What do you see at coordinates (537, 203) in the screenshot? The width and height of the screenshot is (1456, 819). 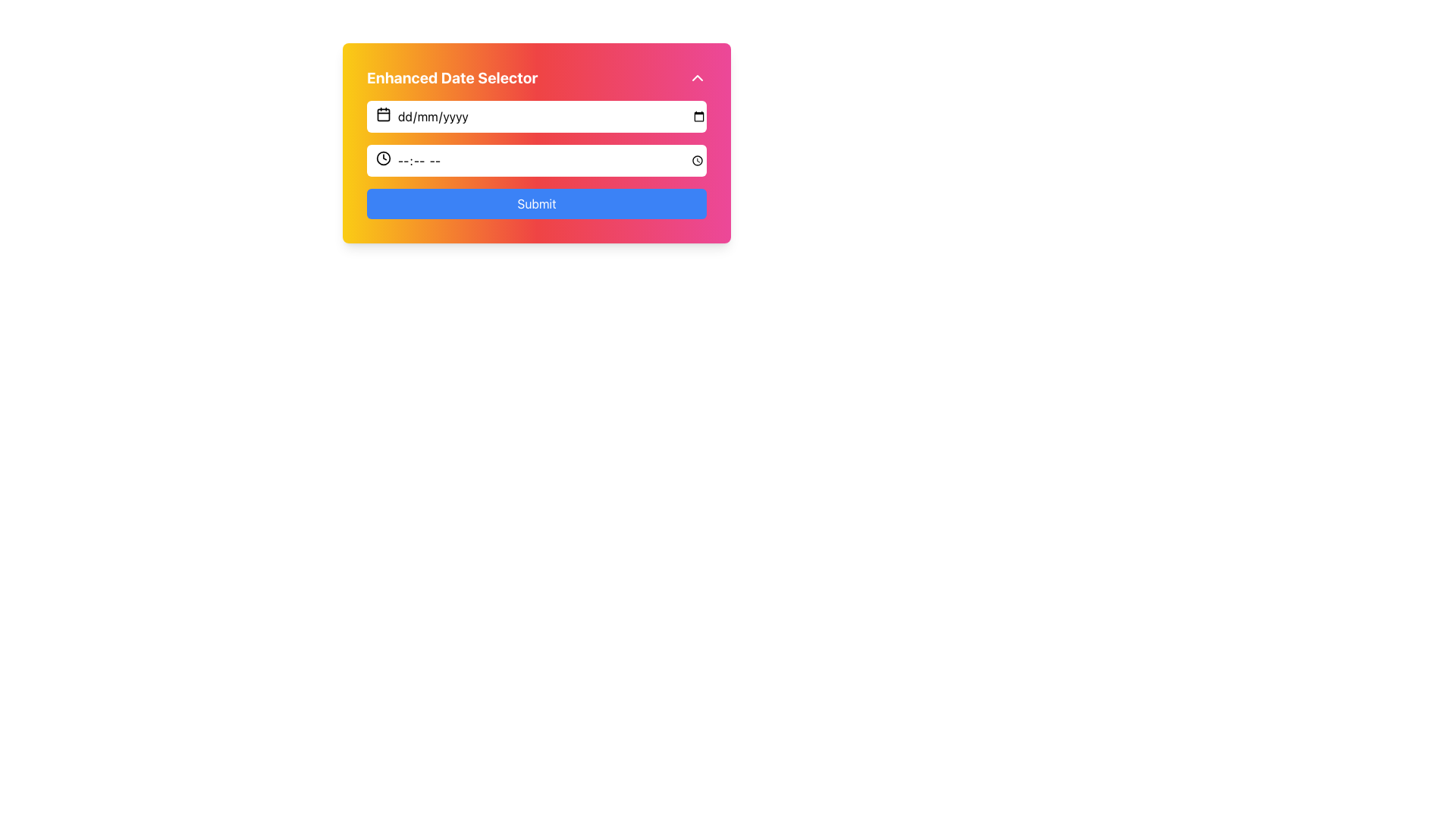 I see `the submit button located near the center of the colorful interface` at bounding box center [537, 203].